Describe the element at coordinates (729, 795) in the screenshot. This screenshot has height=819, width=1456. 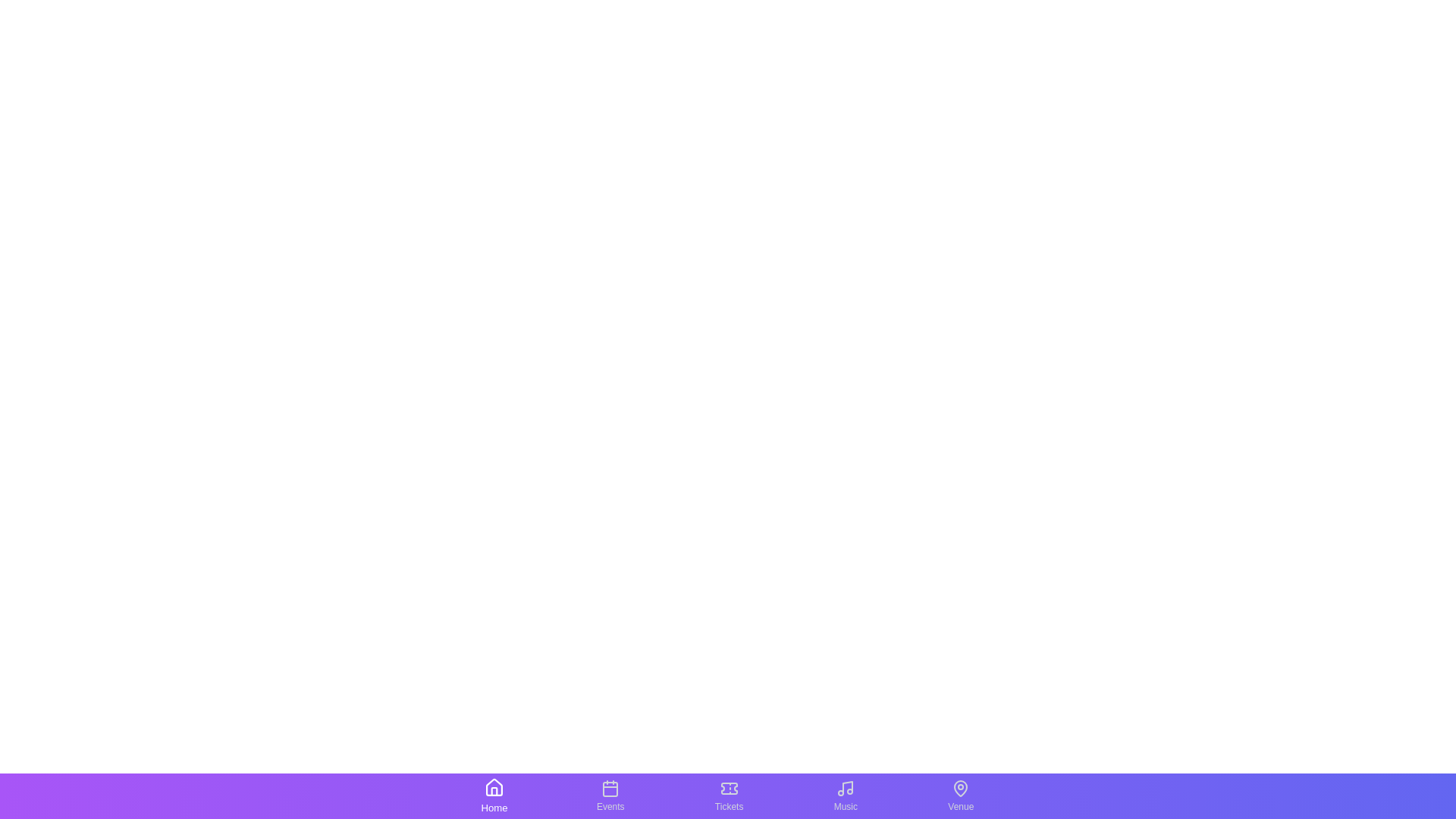
I see `the tab labeled Tickets` at that location.